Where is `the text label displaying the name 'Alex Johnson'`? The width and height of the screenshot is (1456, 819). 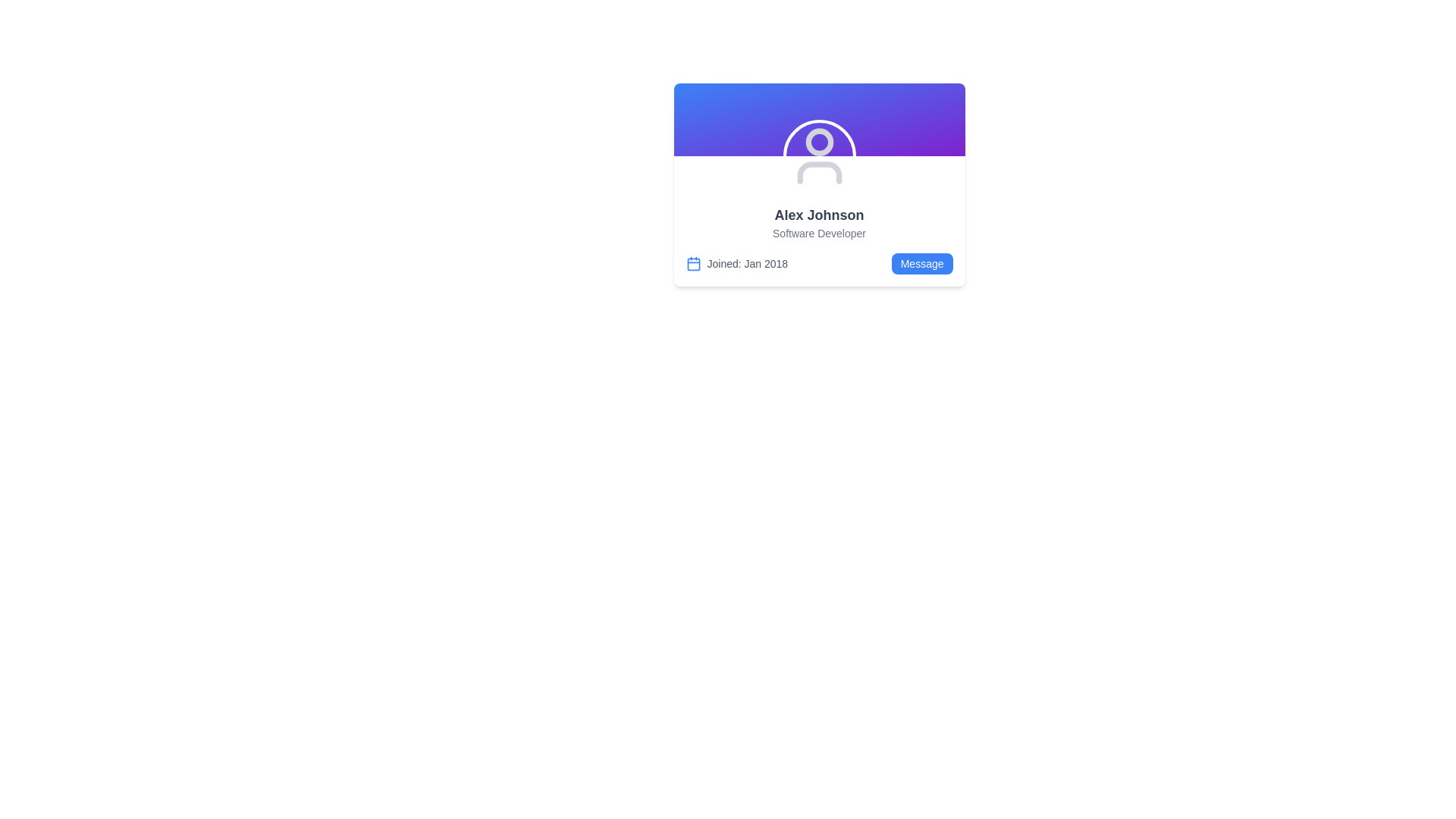 the text label displaying the name 'Alex Johnson' is located at coordinates (818, 215).